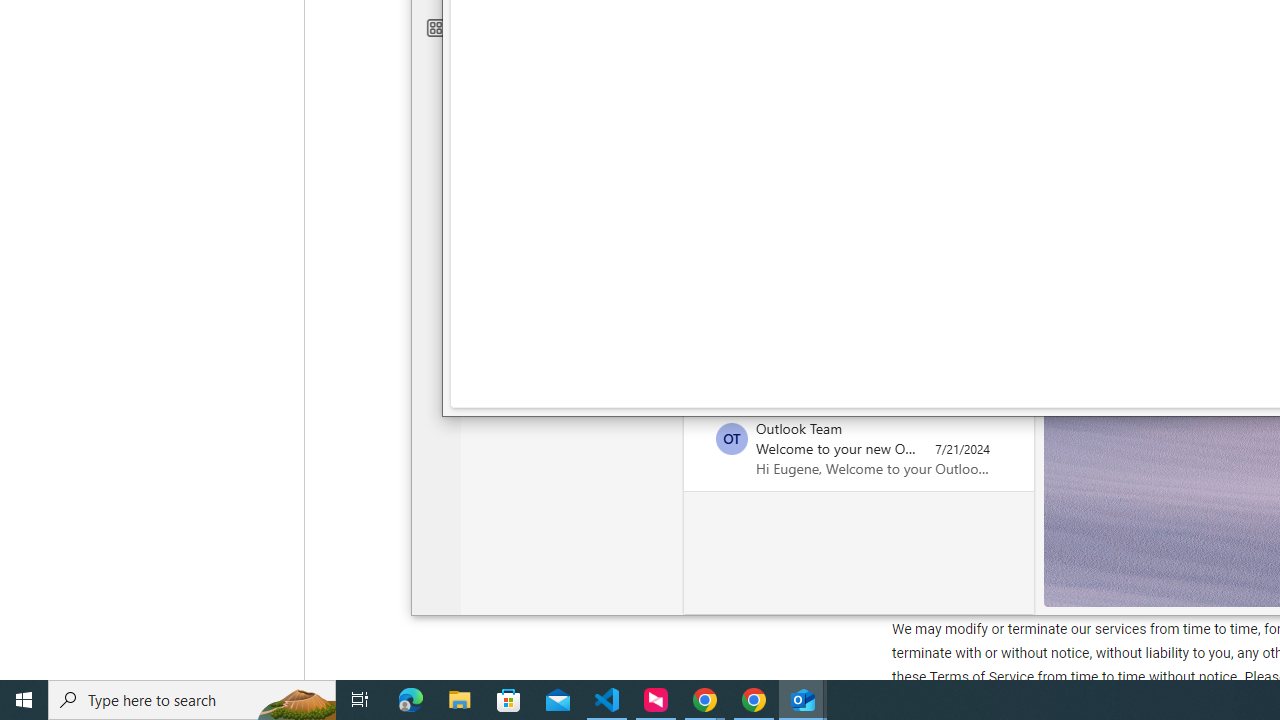  I want to click on 'File Explorer', so click(459, 698).